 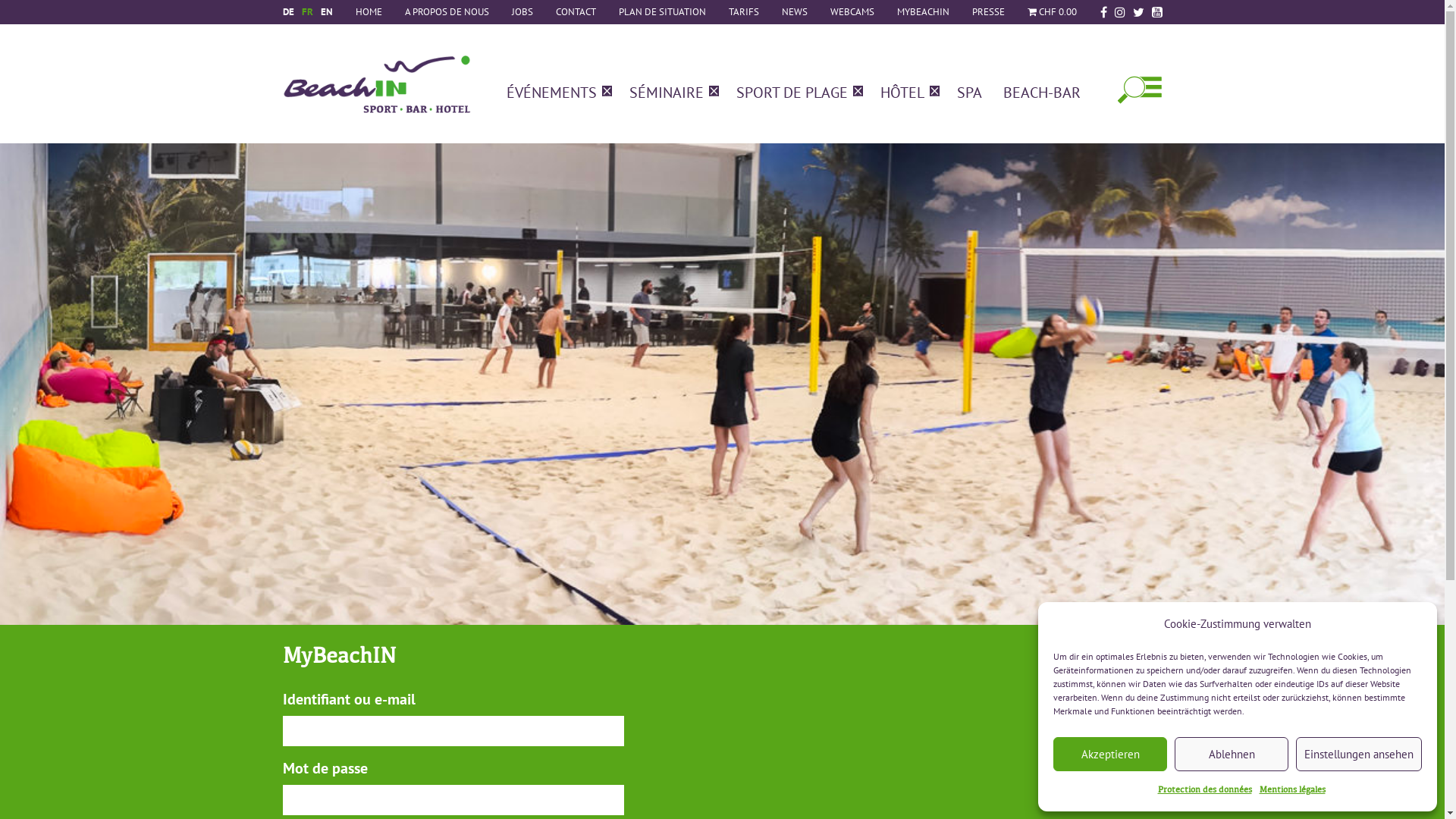 I want to click on 'EN', so click(x=326, y=11).